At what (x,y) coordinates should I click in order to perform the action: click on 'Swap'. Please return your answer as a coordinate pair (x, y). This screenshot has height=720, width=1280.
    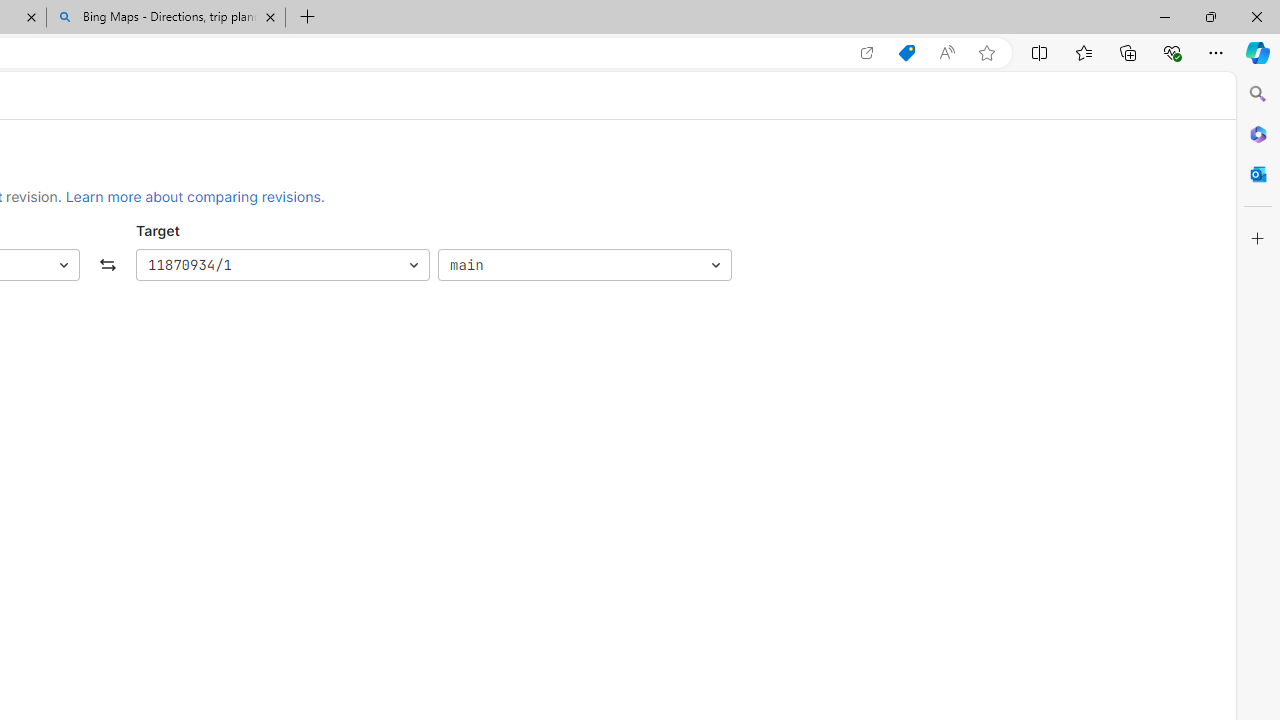
    Looking at the image, I should click on (107, 264).